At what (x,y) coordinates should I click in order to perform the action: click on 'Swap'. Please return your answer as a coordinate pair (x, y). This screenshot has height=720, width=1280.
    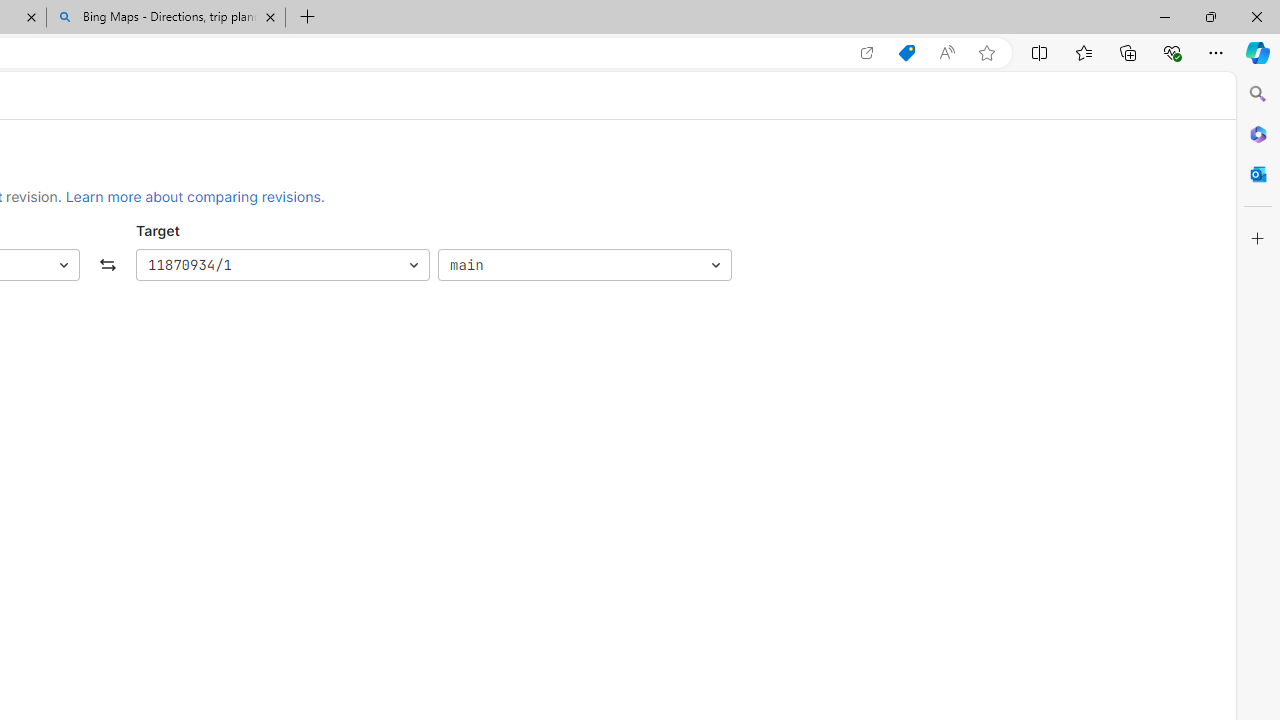
    Looking at the image, I should click on (107, 264).